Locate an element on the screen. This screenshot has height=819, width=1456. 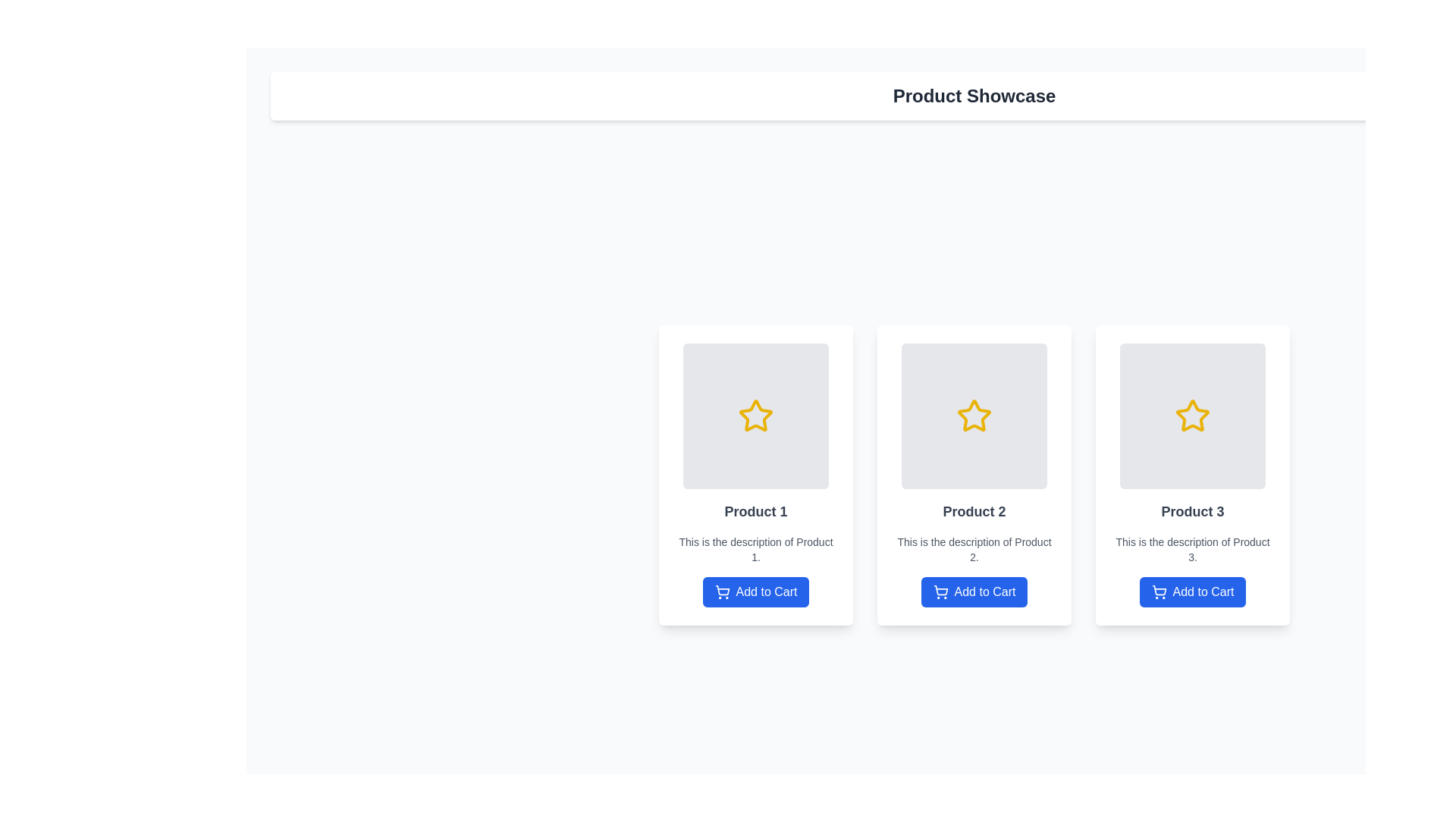
the star icon located at the center top section of the second product card, above the 'Product 2' text is located at coordinates (974, 416).